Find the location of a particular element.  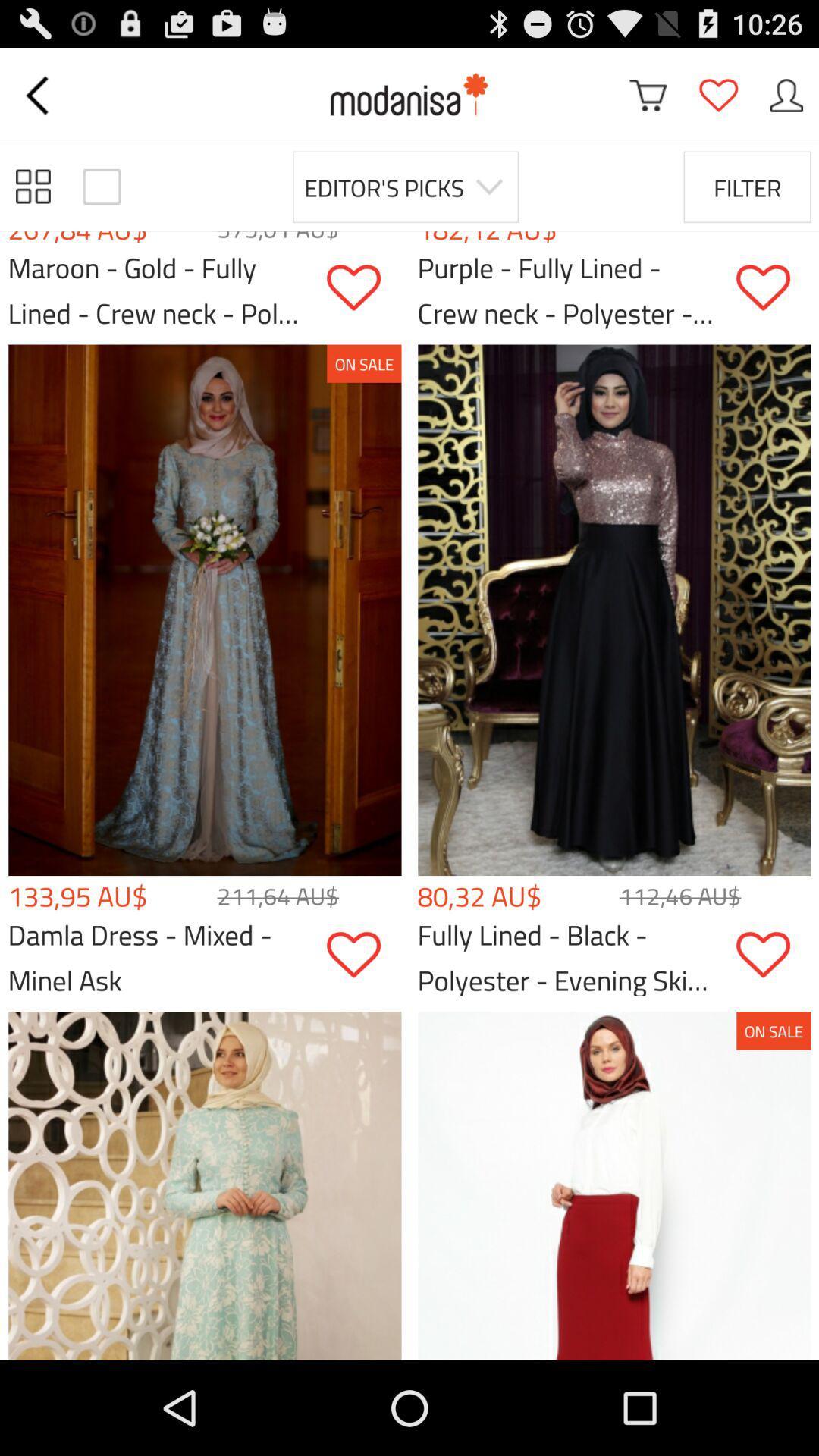

back is located at coordinates (39, 94).